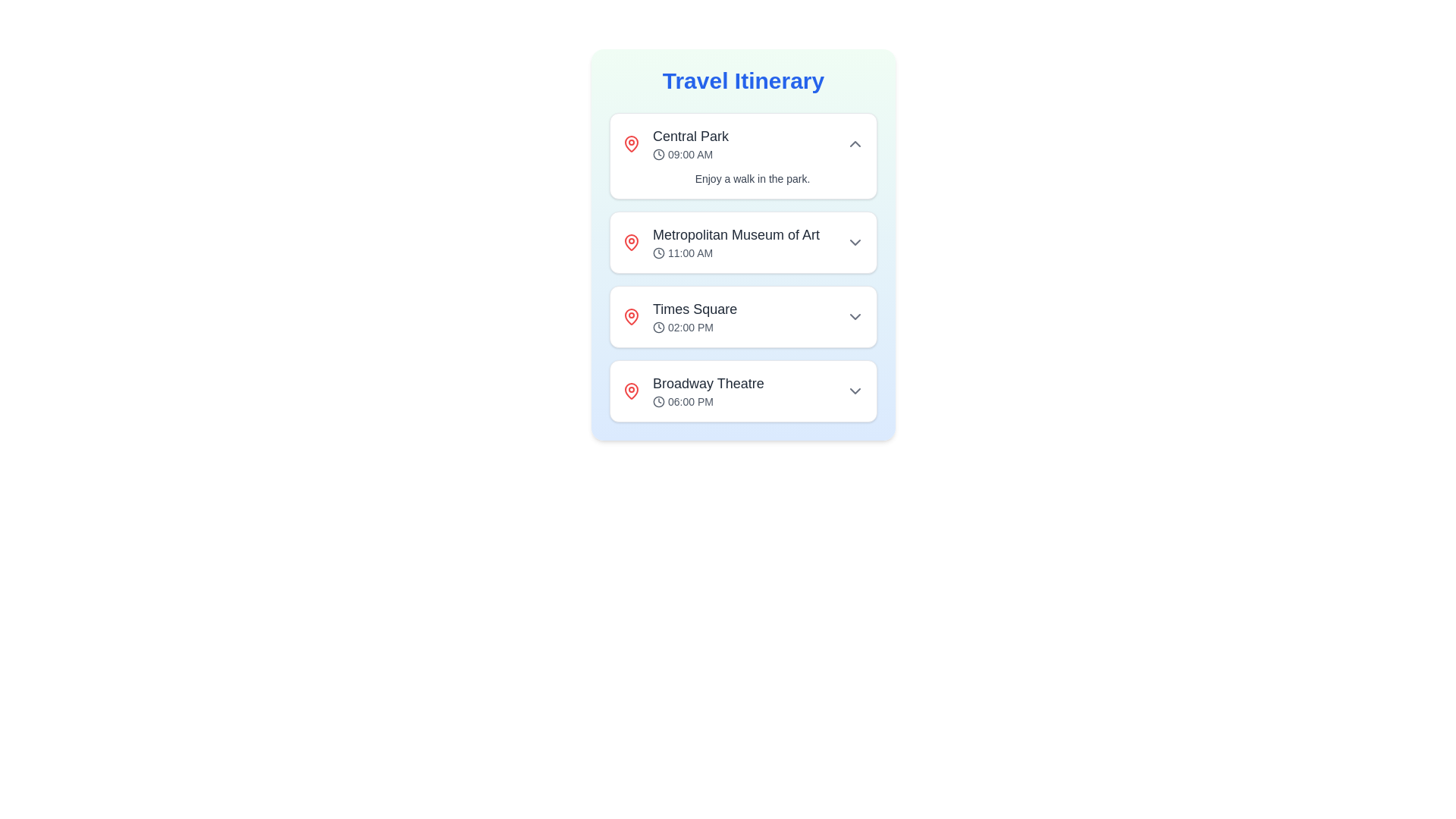 The width and height of the screenshot is (1456, 819). What do you see at coordinates (632, 143) in the screenshot?
I see `the geographical location icon representing 'Central Park', which is the first visual item on the left side within the card labeled 'Central Park' under the 'Travel Itinerary' header` at bounding box center [632, 143].